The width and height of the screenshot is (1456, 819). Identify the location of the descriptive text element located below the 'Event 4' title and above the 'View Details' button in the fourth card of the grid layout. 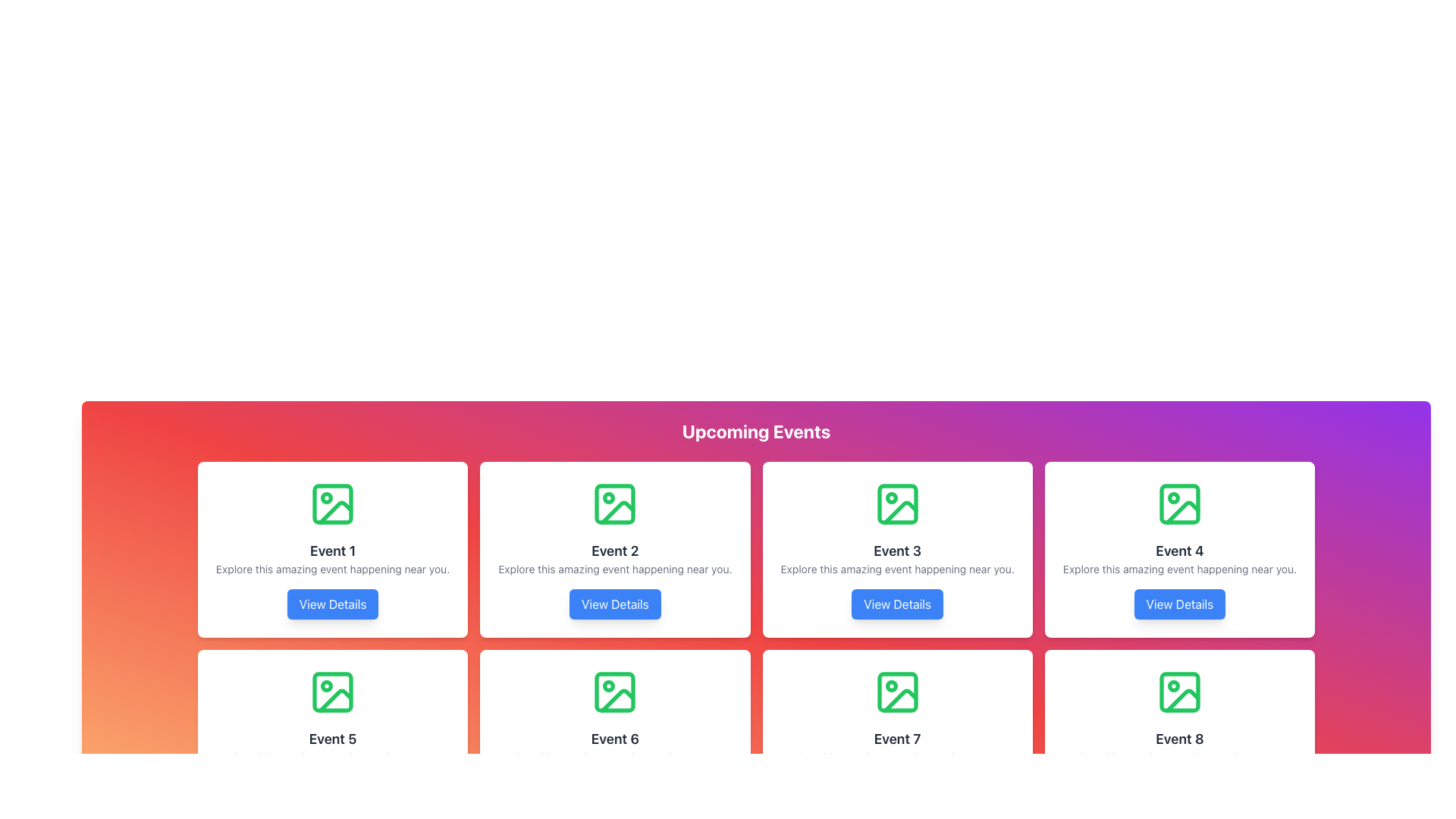
(1178, 570).